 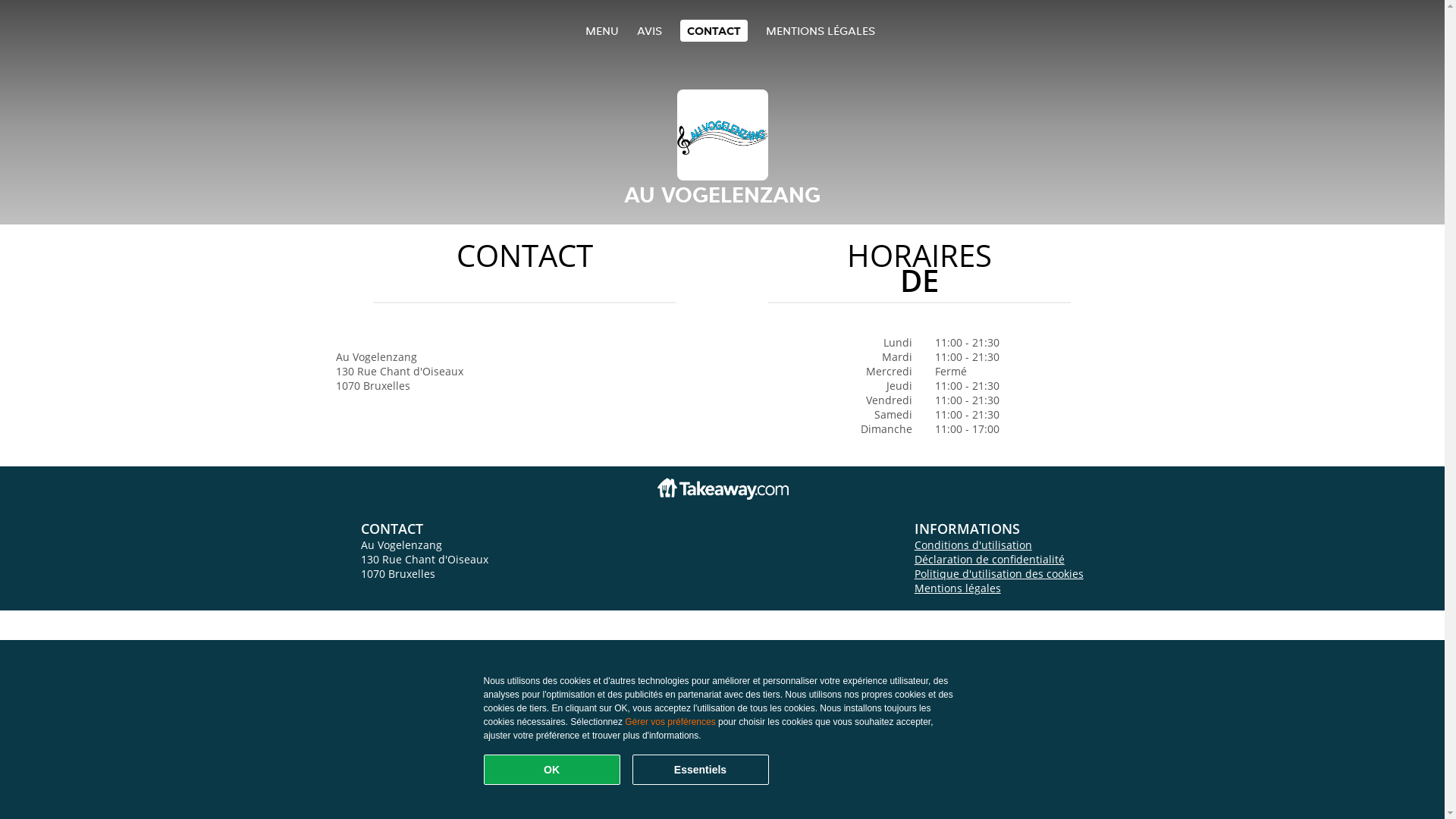 What do you see at coordinates (551, 769) in the screenshot?
I see `'OK'` at bounding box center [551, 769].